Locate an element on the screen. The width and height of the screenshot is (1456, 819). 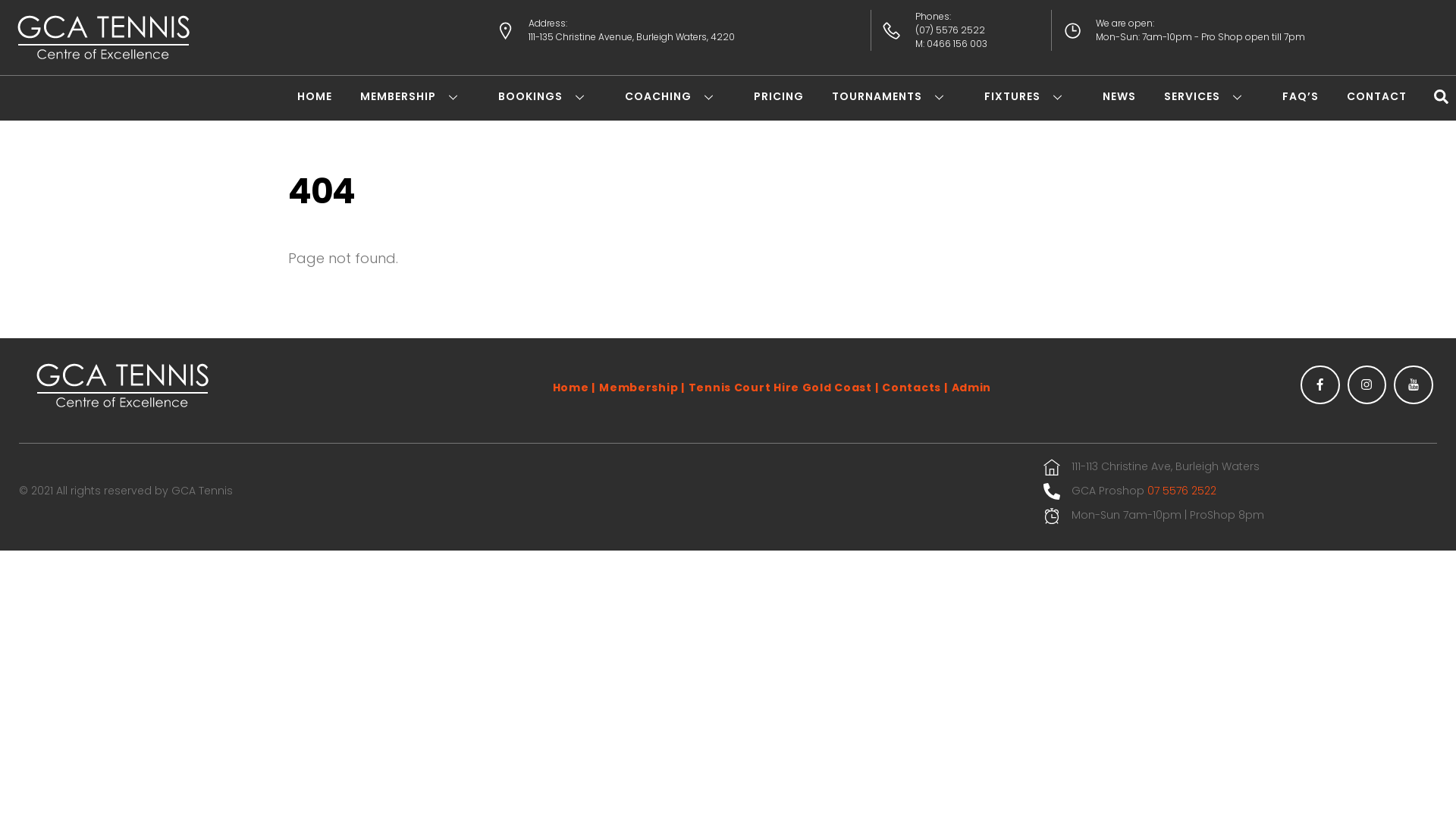
'Tennis Court Hire Gold Coast |' is located at coordinates (783, 386).